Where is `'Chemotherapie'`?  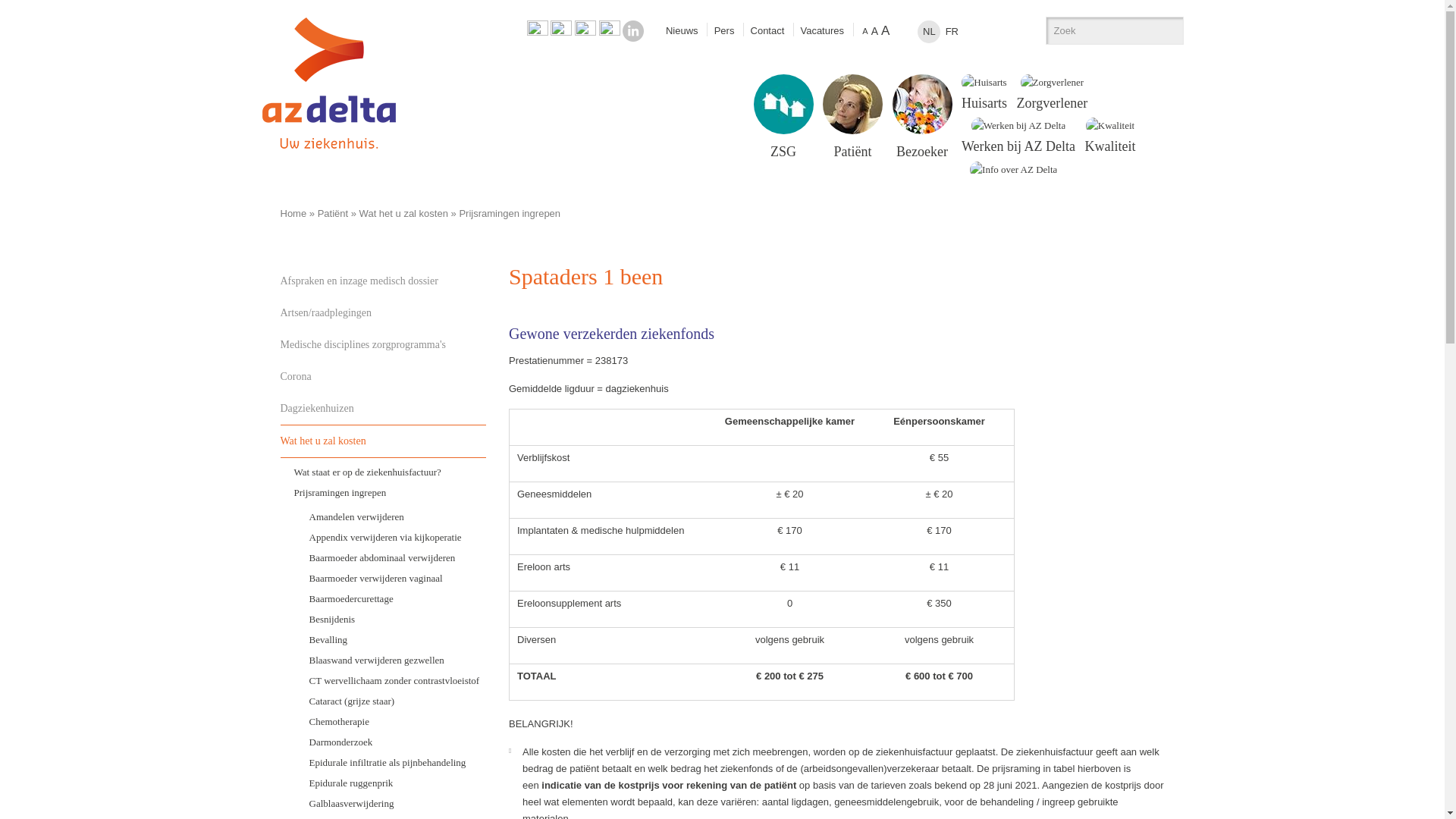 'Chemotherapie' is located at coordinates (391, 720).